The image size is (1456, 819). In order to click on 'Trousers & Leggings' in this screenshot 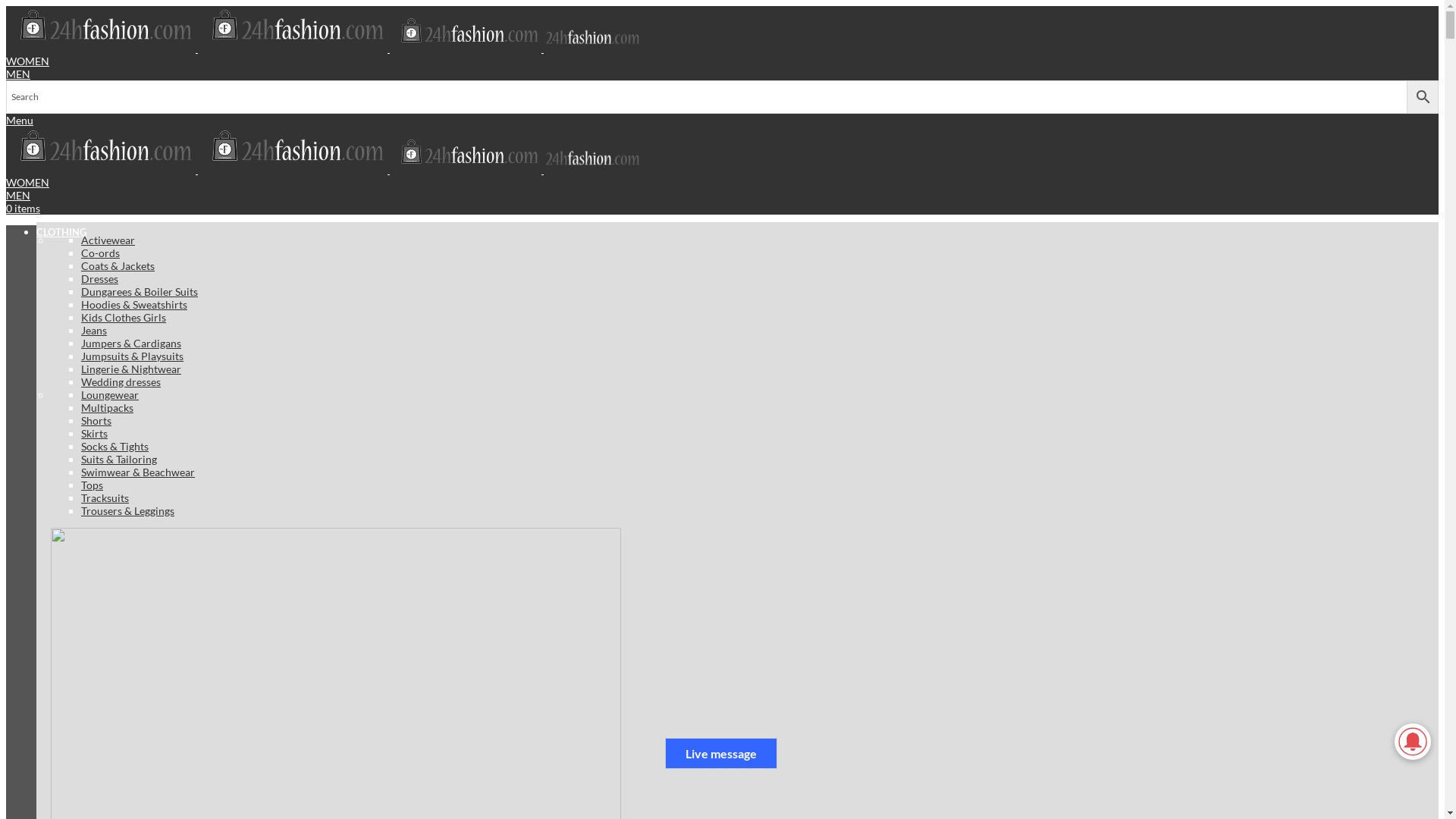, I will do `click(127, 510)`.